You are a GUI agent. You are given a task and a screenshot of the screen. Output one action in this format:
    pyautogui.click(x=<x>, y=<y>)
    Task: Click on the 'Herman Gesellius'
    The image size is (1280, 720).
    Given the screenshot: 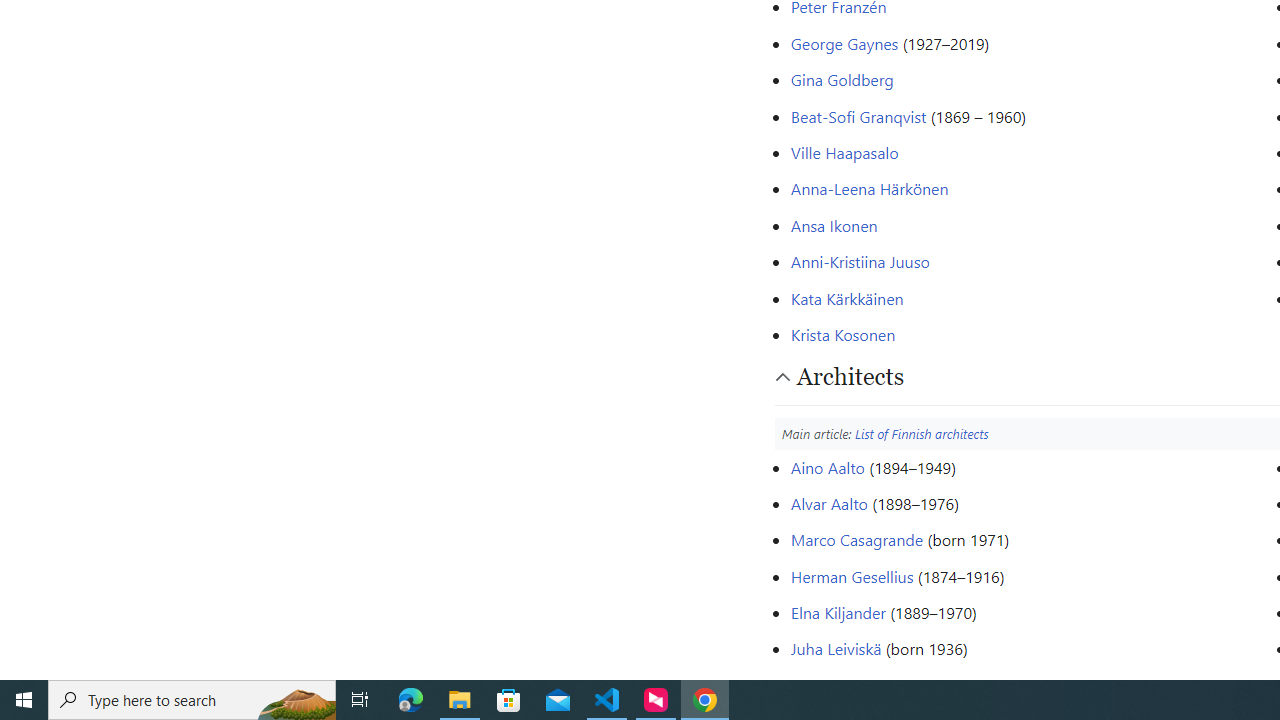 What is the action you would take?
    pyautogui.click(x=851, y=576)
    